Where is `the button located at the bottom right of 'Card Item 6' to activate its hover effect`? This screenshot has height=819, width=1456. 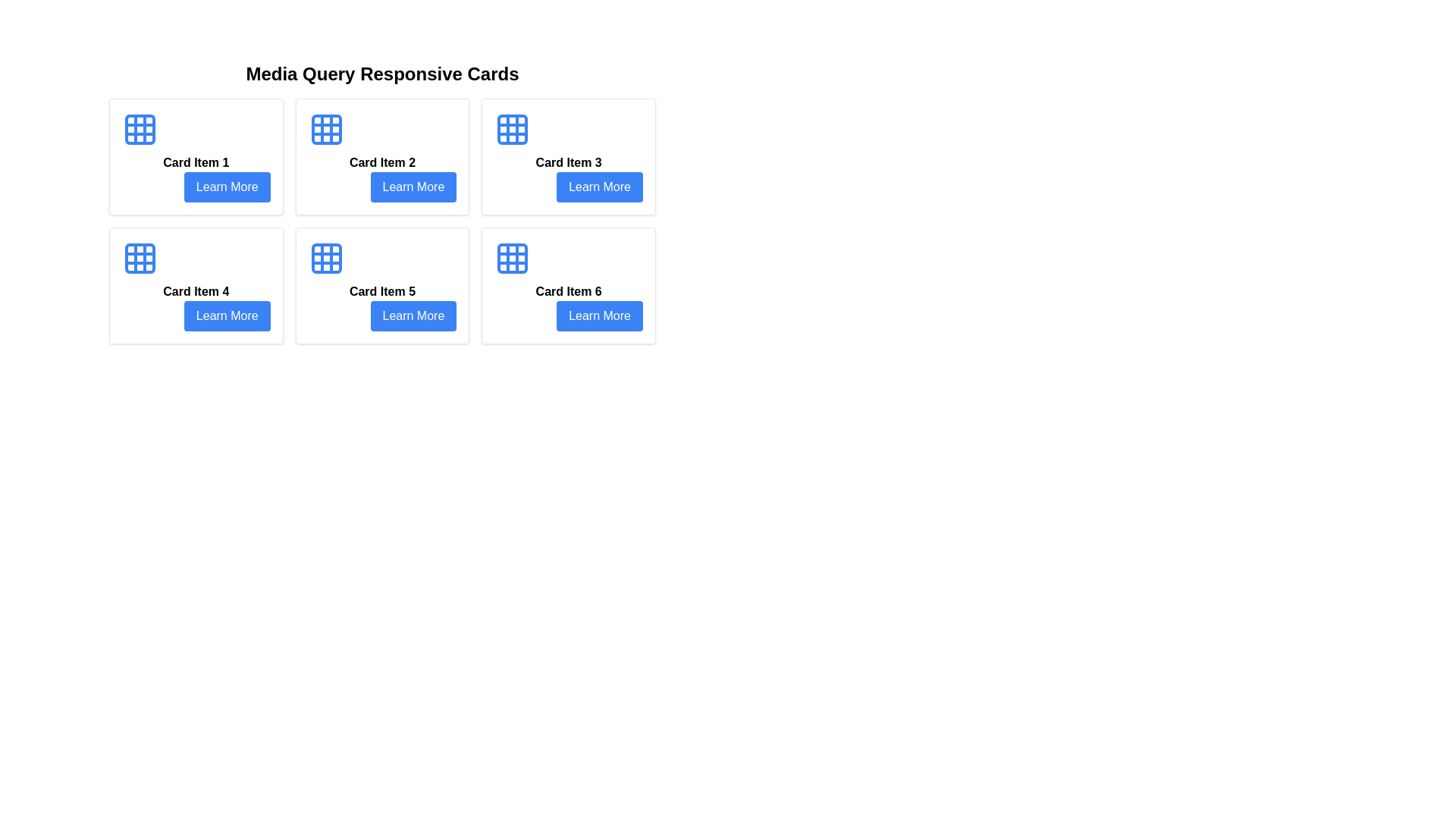
the button located at the bottom right of 'Card Item 6' to activate its hover effect is located at coordinates (599, 315).